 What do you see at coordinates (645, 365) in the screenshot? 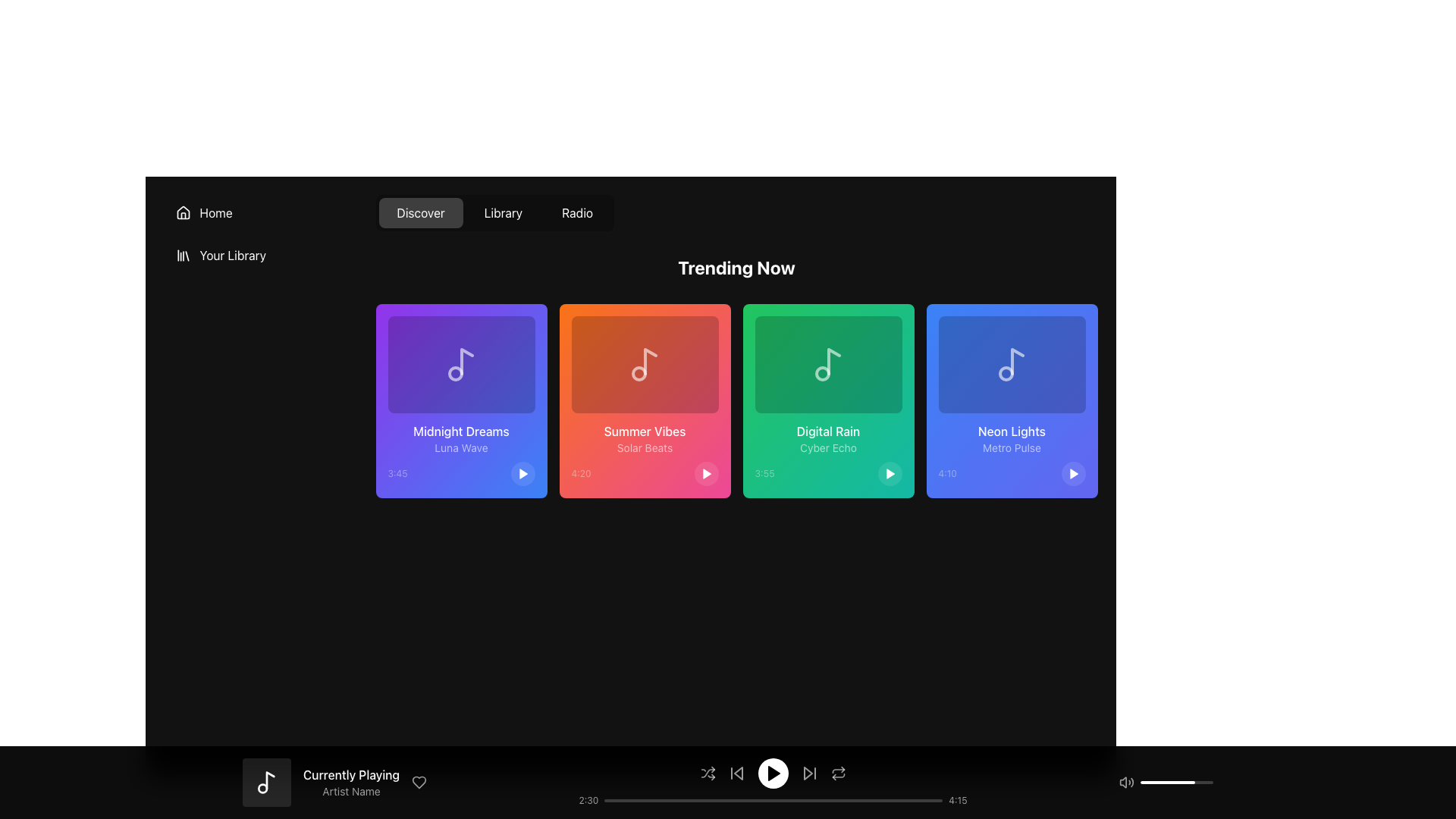
I see `the Decorative card header of the 'Summer Vibes' card, which is the second card in the 'Trending Now' list, located between 'Midnight Dreams' and 'Digital Rain'` at bounding box center [645, 365].